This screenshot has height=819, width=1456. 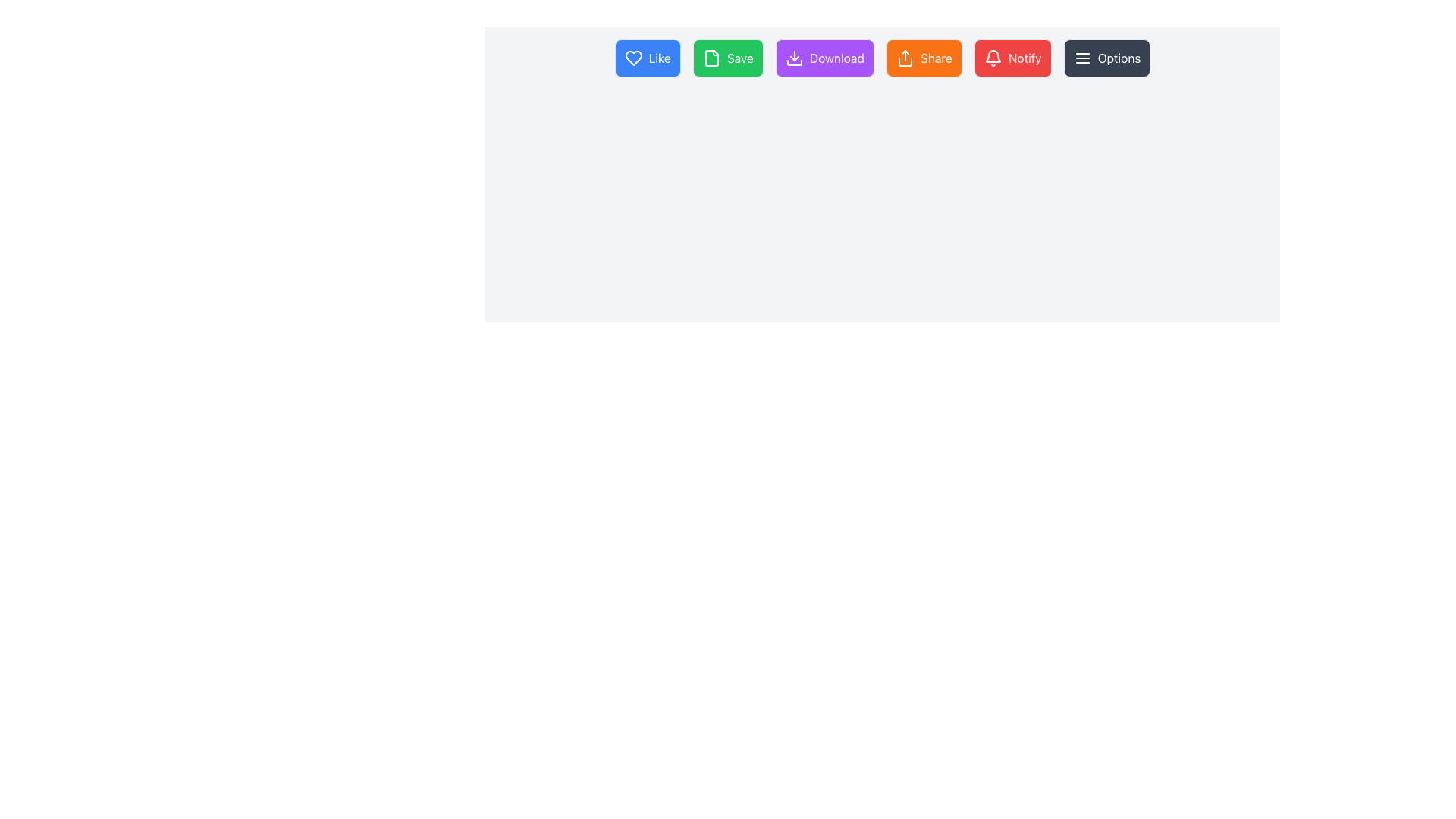 I want to click on the heart icon button, which is the first item in a top-aligned horizontal group of interactive buttons located near the top-left corner of the interface, so click(x=633, y=58).